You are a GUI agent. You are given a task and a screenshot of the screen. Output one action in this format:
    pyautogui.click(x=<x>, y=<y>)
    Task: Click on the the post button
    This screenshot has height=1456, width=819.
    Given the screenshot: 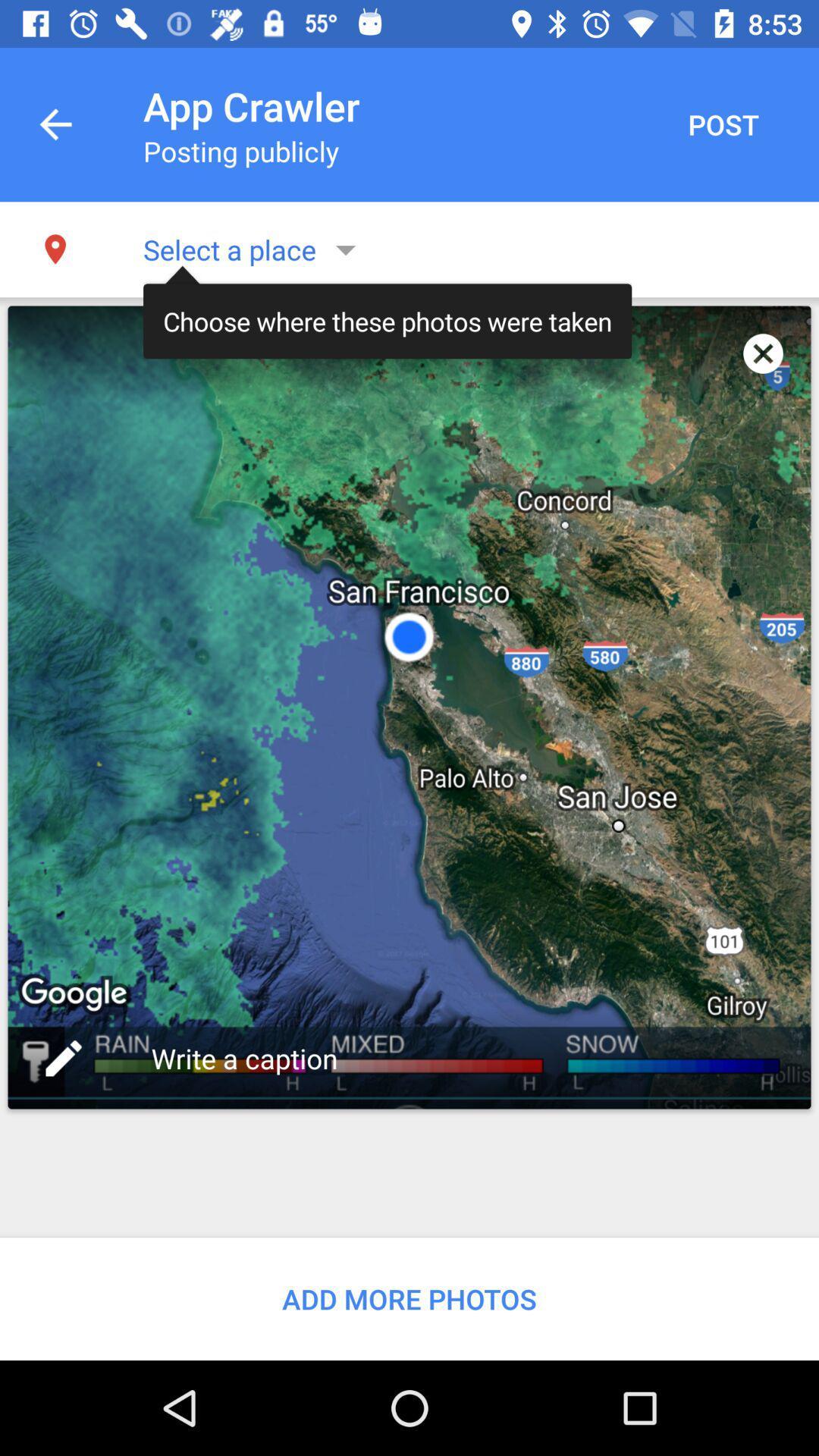 What is the action you would take?
    pyautogui.click(x=722, y=124)
    